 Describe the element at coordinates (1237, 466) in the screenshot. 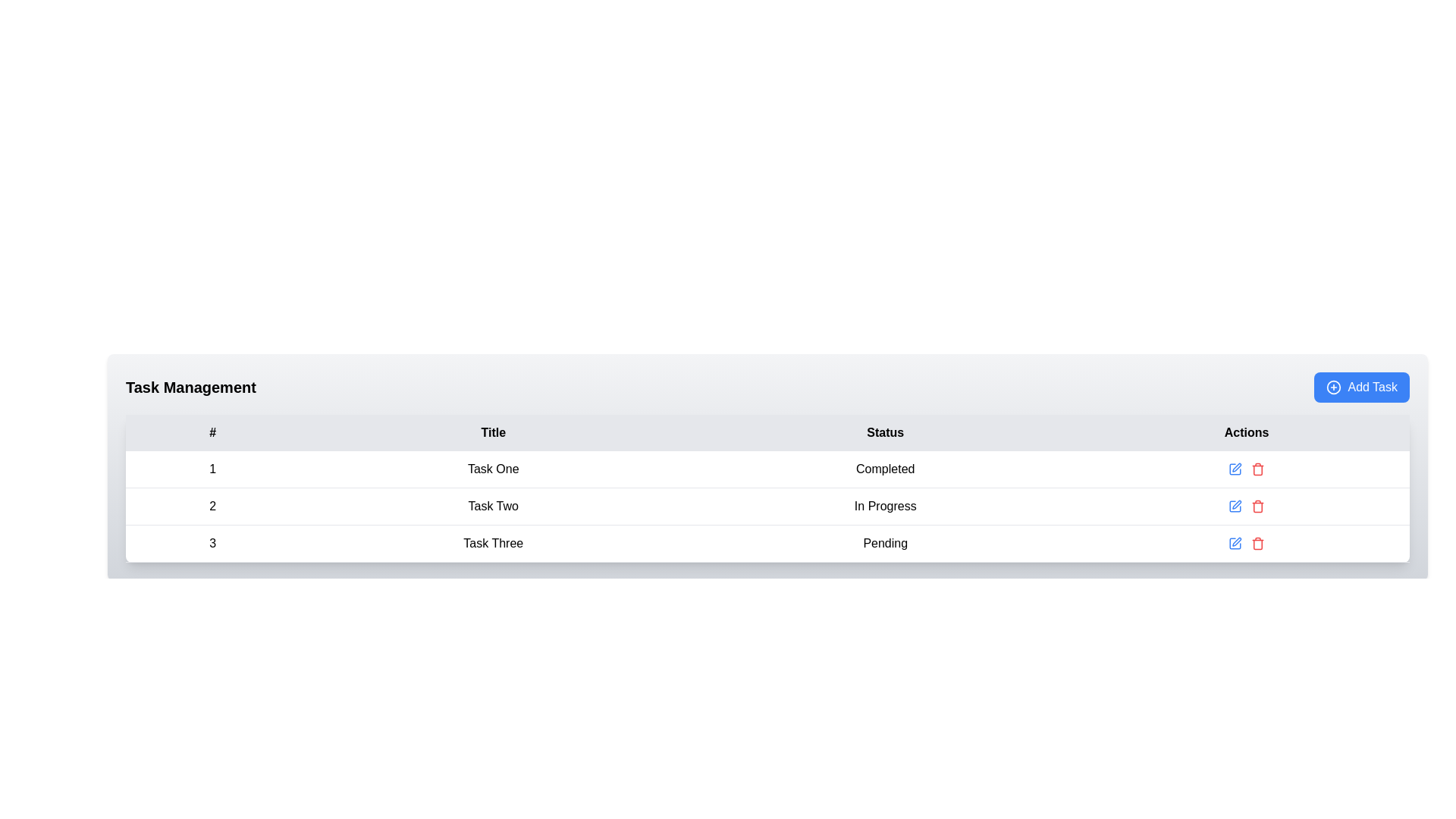

I see `the editing icon in the 'Actions' column of the third row in the table` at that location.